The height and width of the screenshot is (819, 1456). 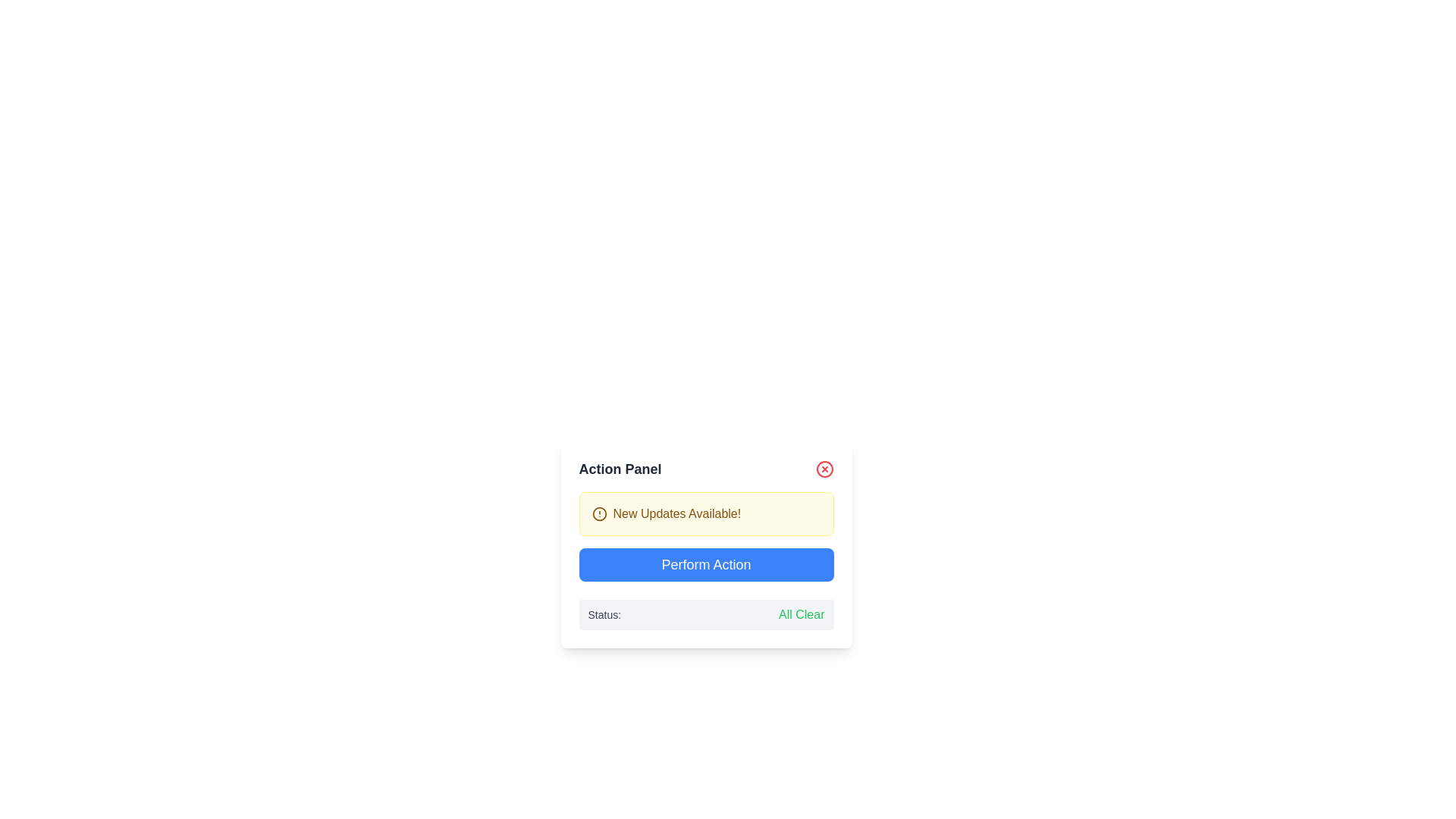 What do you see at coordinates (598, 513) in the screenshot?
I see `the icon located on the left side of the yellow alert box containing the text 'New Updates Available!'` at bounding box center [598, 513].